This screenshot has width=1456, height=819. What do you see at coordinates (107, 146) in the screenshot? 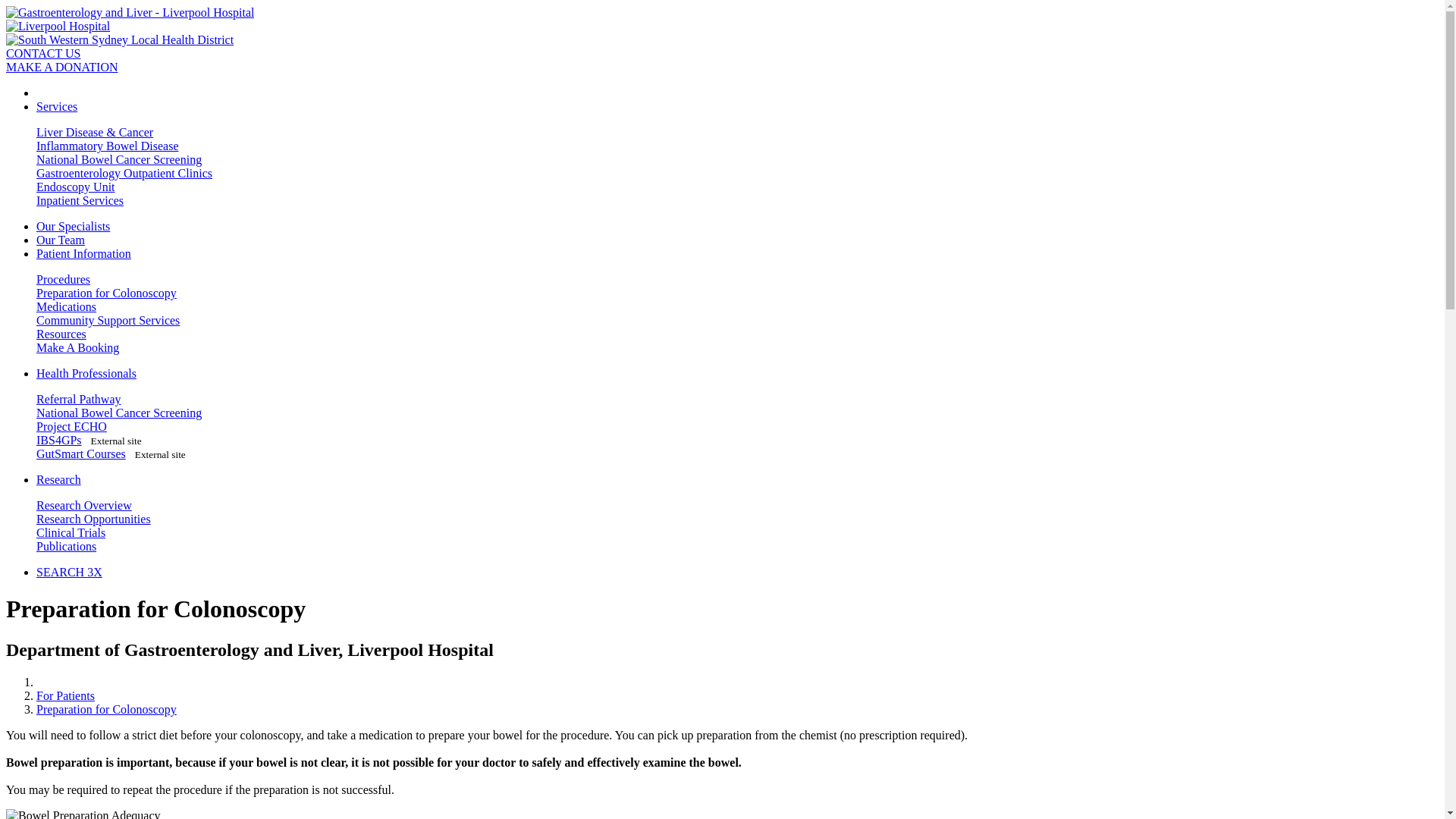
I see `'Inflammatory Bowel Disease'` at bounding box center [107, 146].